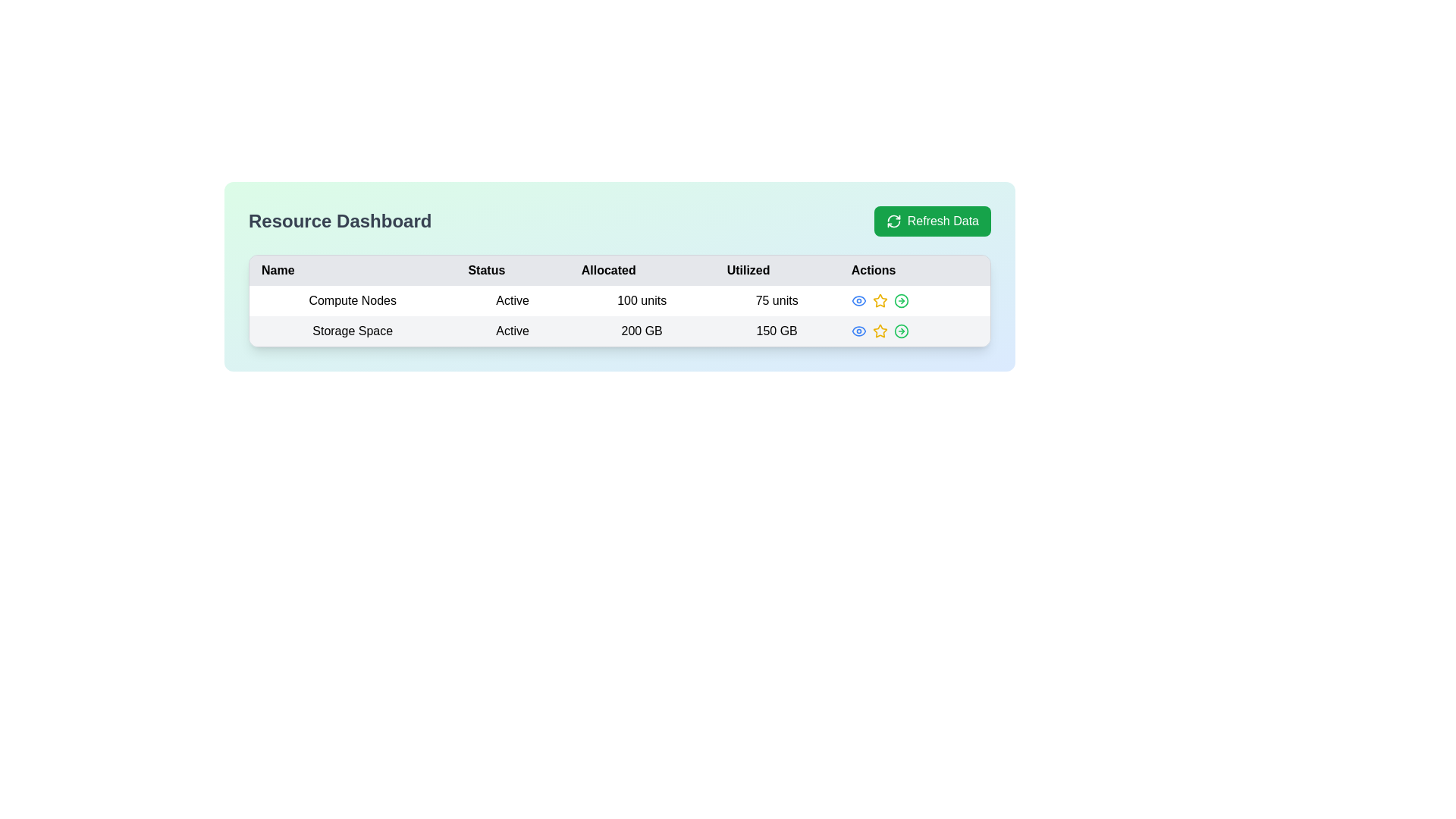 This screenshot has height=819, width=1456. I want to click on the static text label displaying '200 GB' in the third cell under the 'Allocated' column of the table layout, so click(642, 330).